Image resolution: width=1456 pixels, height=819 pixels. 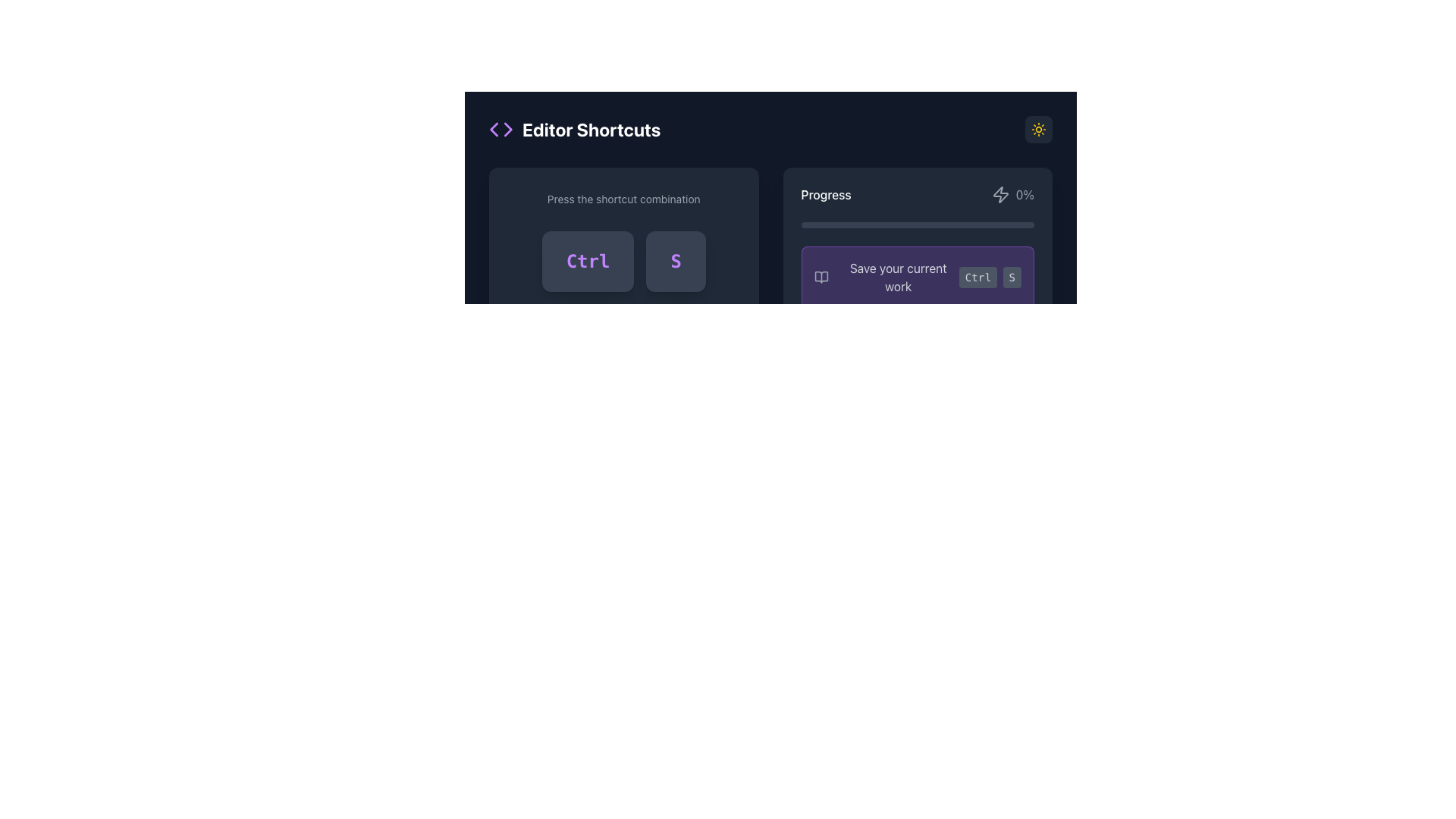 I want to click on the lightning bolt icon with a gray outline located to the left of the percentage text '0%' in the Progress area, so click(x=1000, y=194).